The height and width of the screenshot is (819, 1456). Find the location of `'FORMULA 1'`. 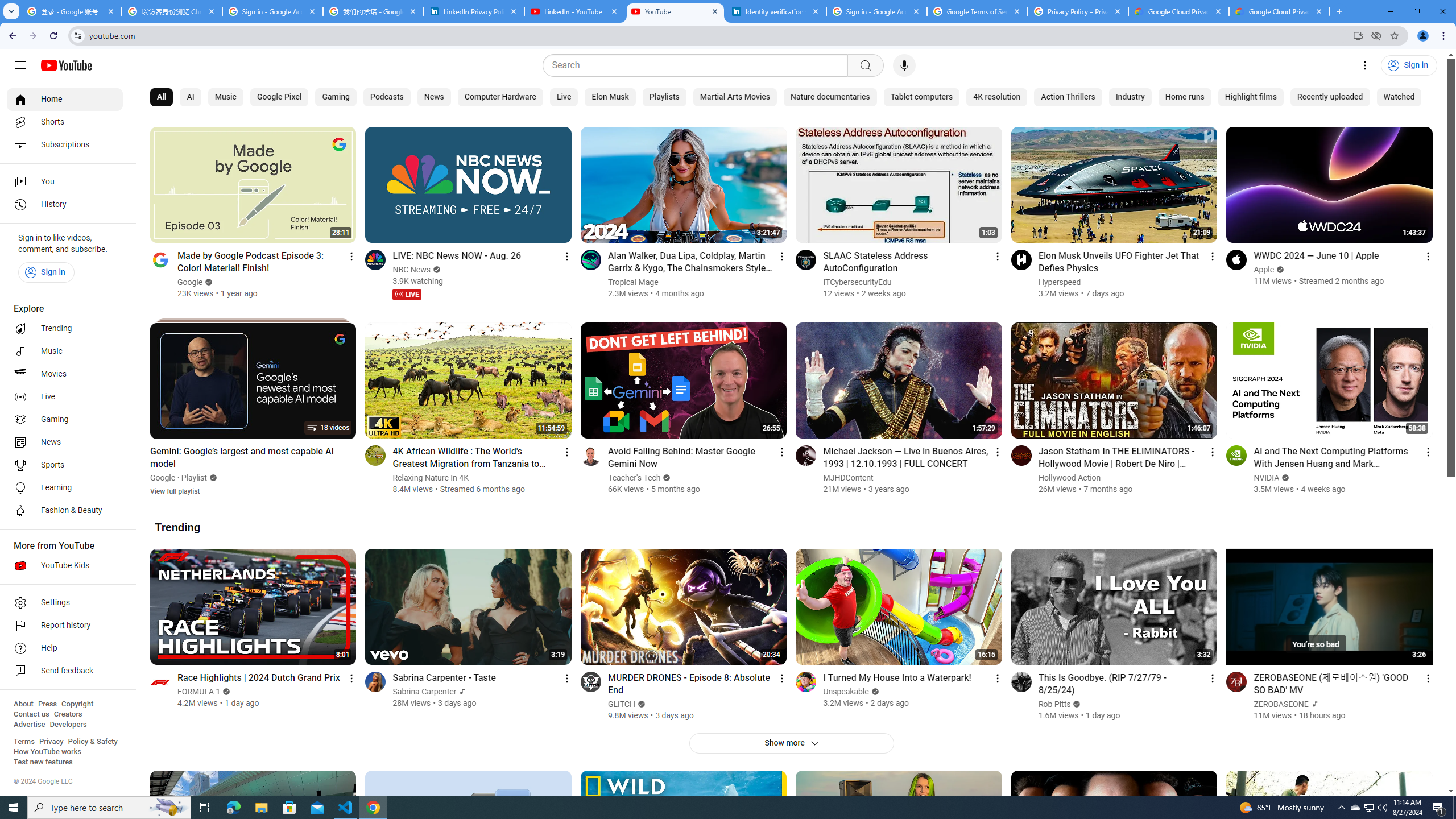

'FORMULA 1' is located at coordinates (199, 691).